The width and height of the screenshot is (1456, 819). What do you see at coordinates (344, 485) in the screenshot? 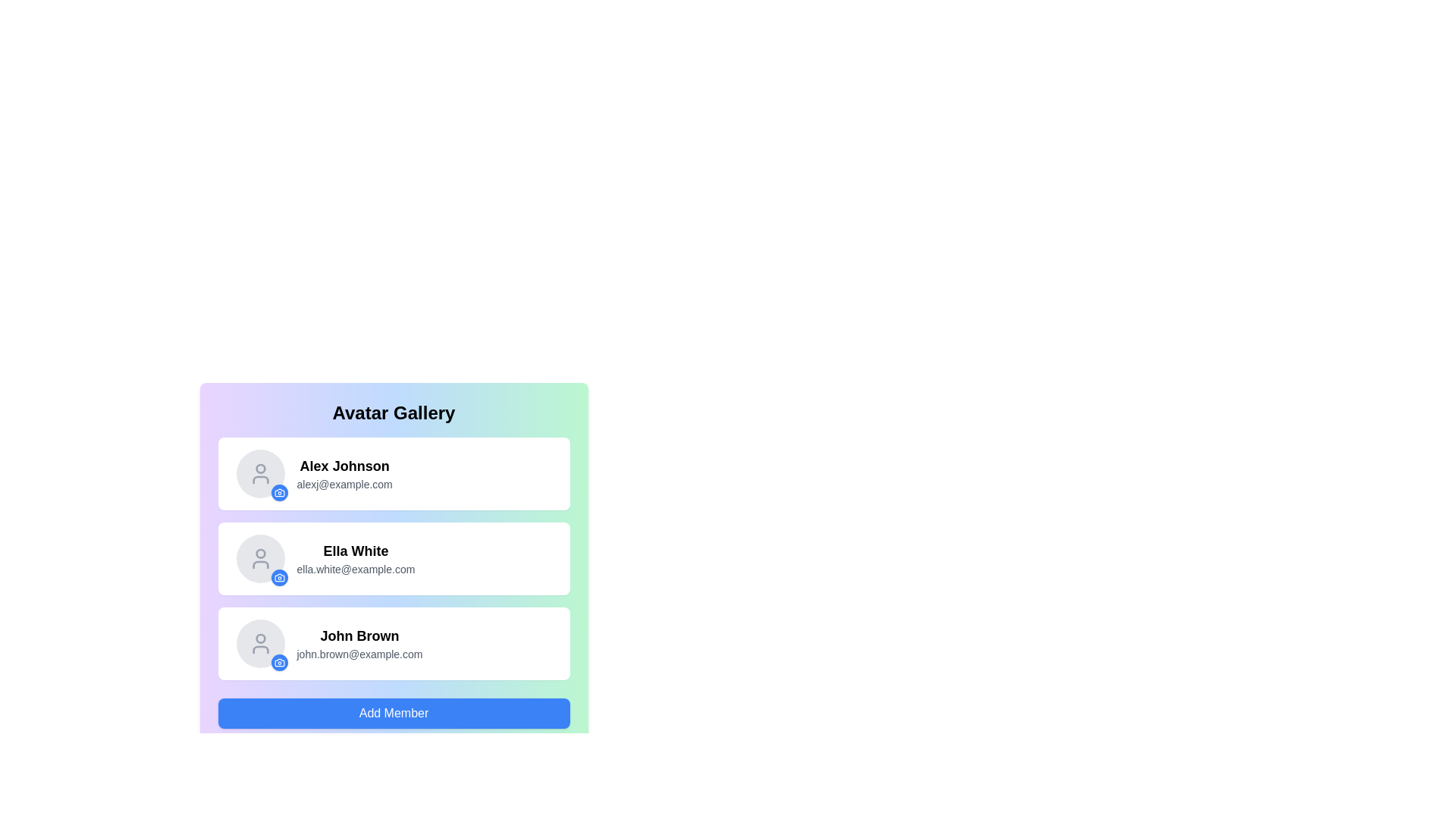
I see `the email address text label displaying 'Alex Johnson' located in the second line of the first user information card` at bounding box center [344, 485].